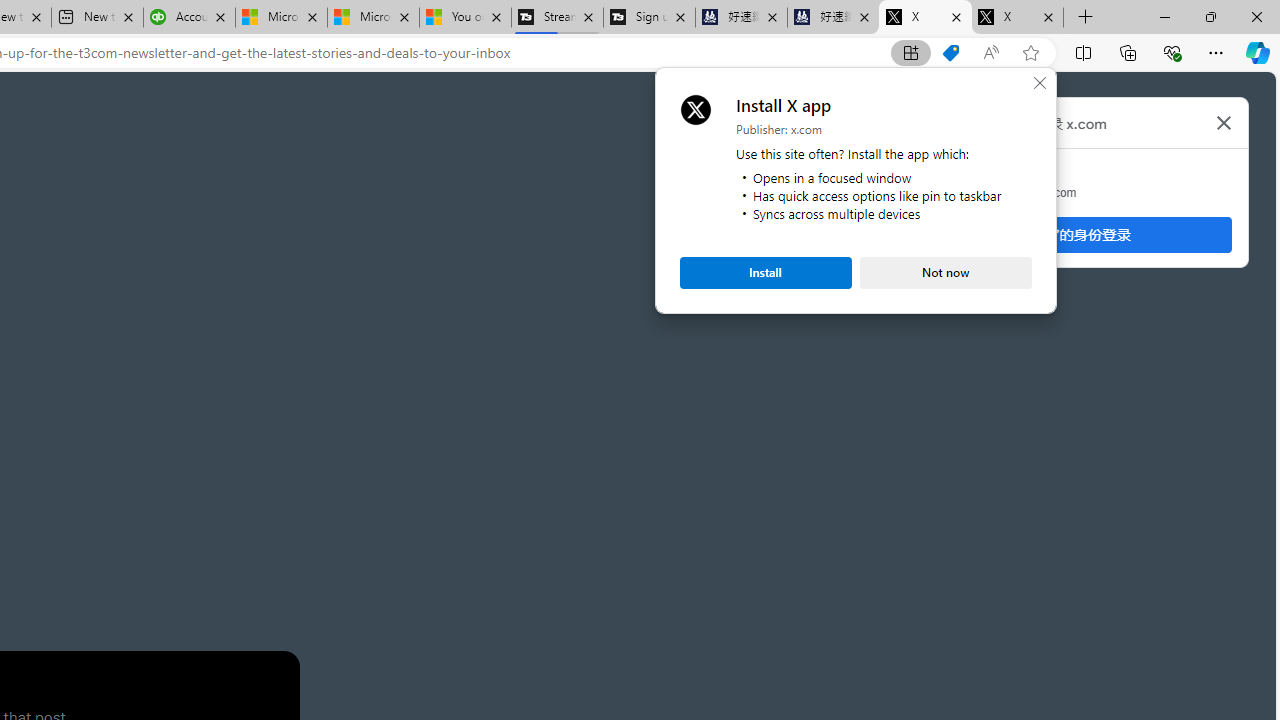 This screenshot has height=720, width=1280. Describe the element at coordinates (1215, 51) in the screenshot. I see `'Settings and more (Alt+F)'` at that location.